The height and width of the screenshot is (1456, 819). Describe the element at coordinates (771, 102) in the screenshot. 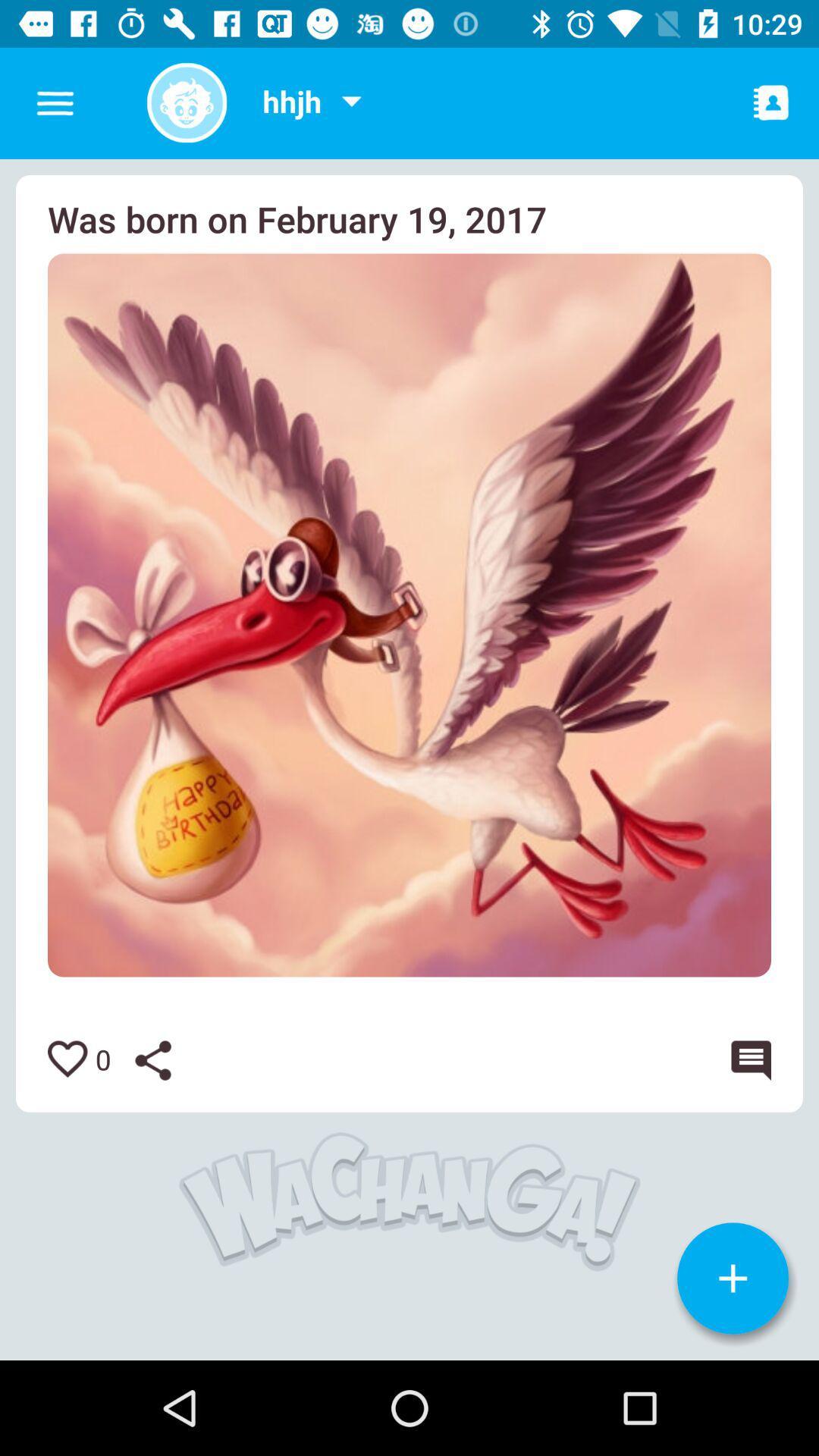

I see `person` at that location.